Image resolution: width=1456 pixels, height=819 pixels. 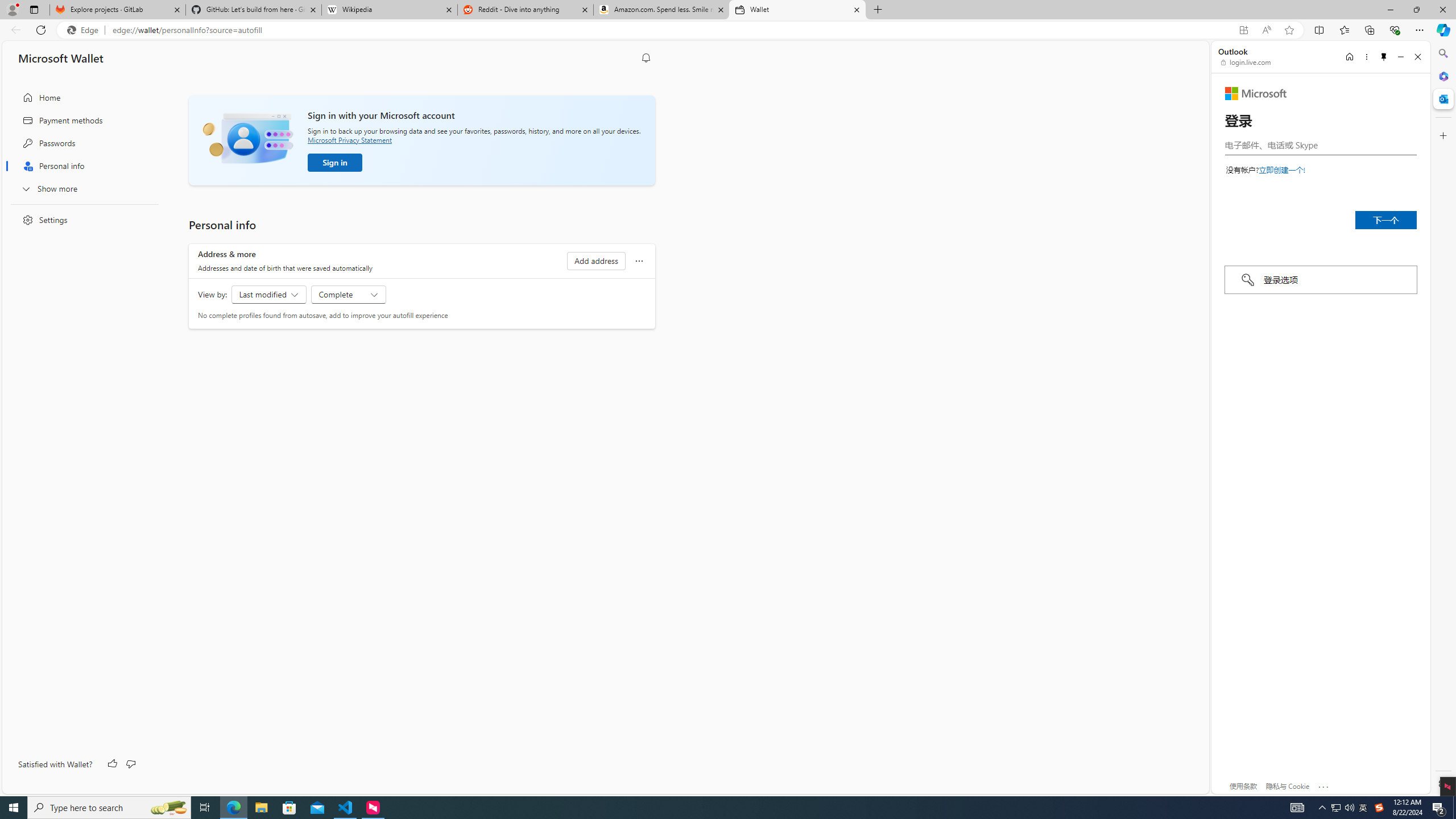 What do you see at coordinates (81, 188) in the screenshot?
I see `'Show more'` at bounding box center [81, 188].